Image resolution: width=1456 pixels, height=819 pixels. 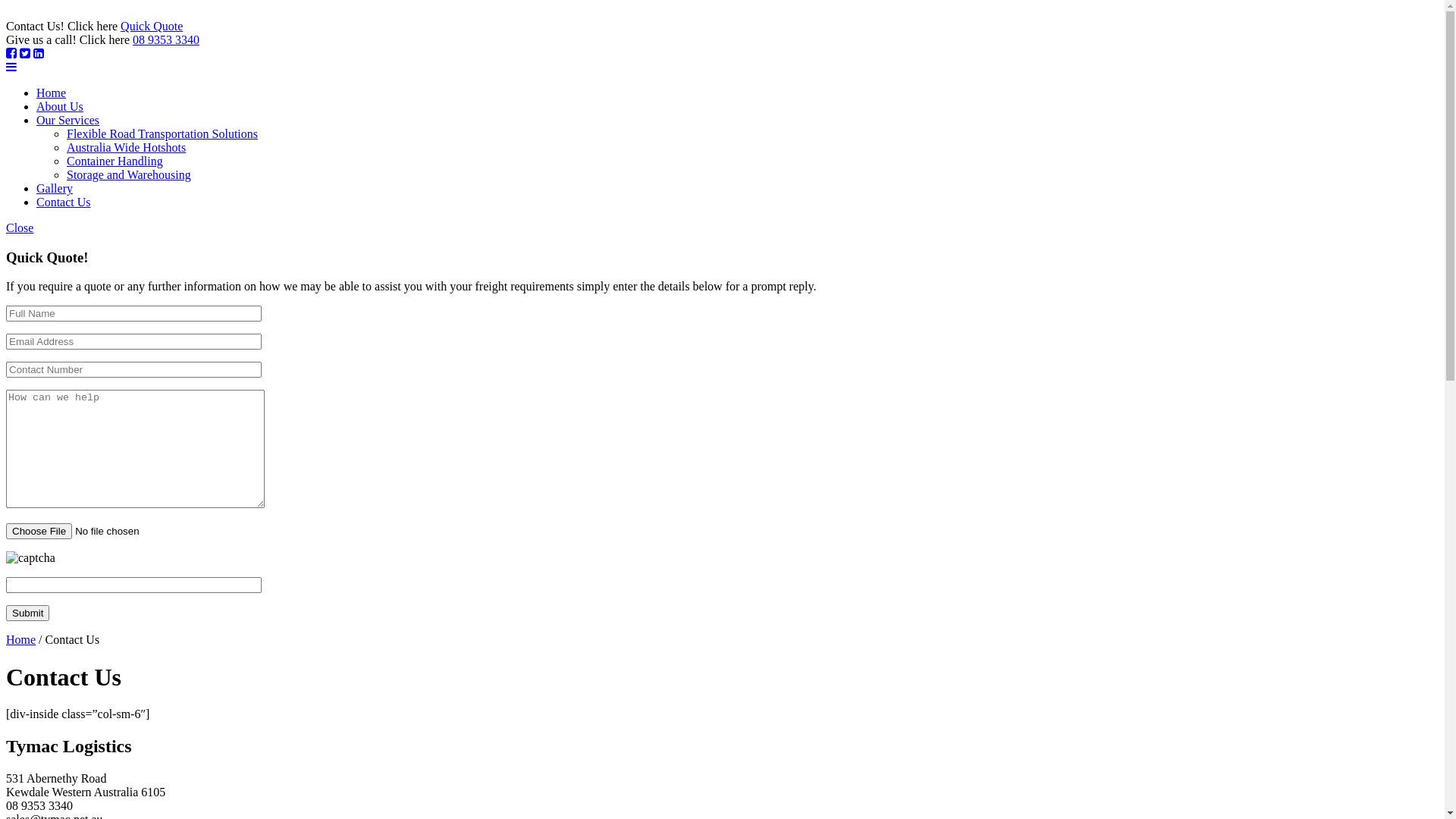 What do you see at coordinates (162, 133) in the screenshot?
I see `'Flexible Road Transportation Solutions'` at bounding box center [162, 133].